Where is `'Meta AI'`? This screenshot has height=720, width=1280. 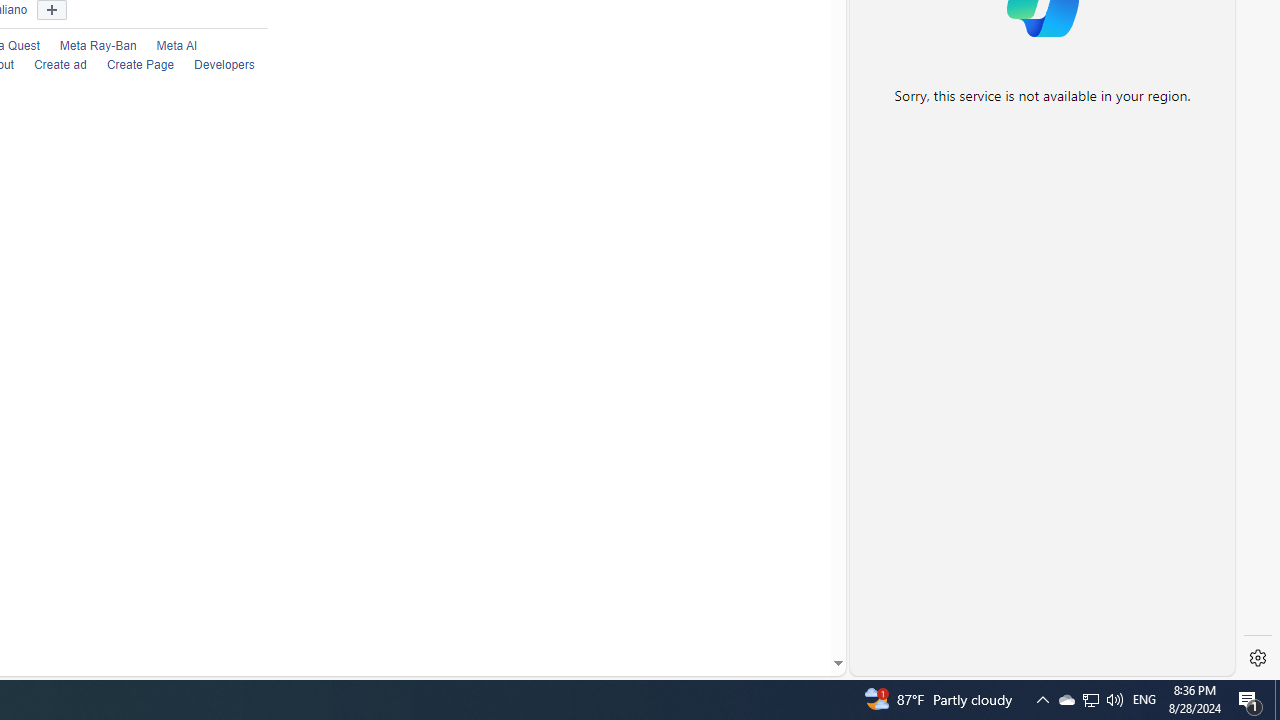 'Meta AI' is located at coordinates (167, 45).